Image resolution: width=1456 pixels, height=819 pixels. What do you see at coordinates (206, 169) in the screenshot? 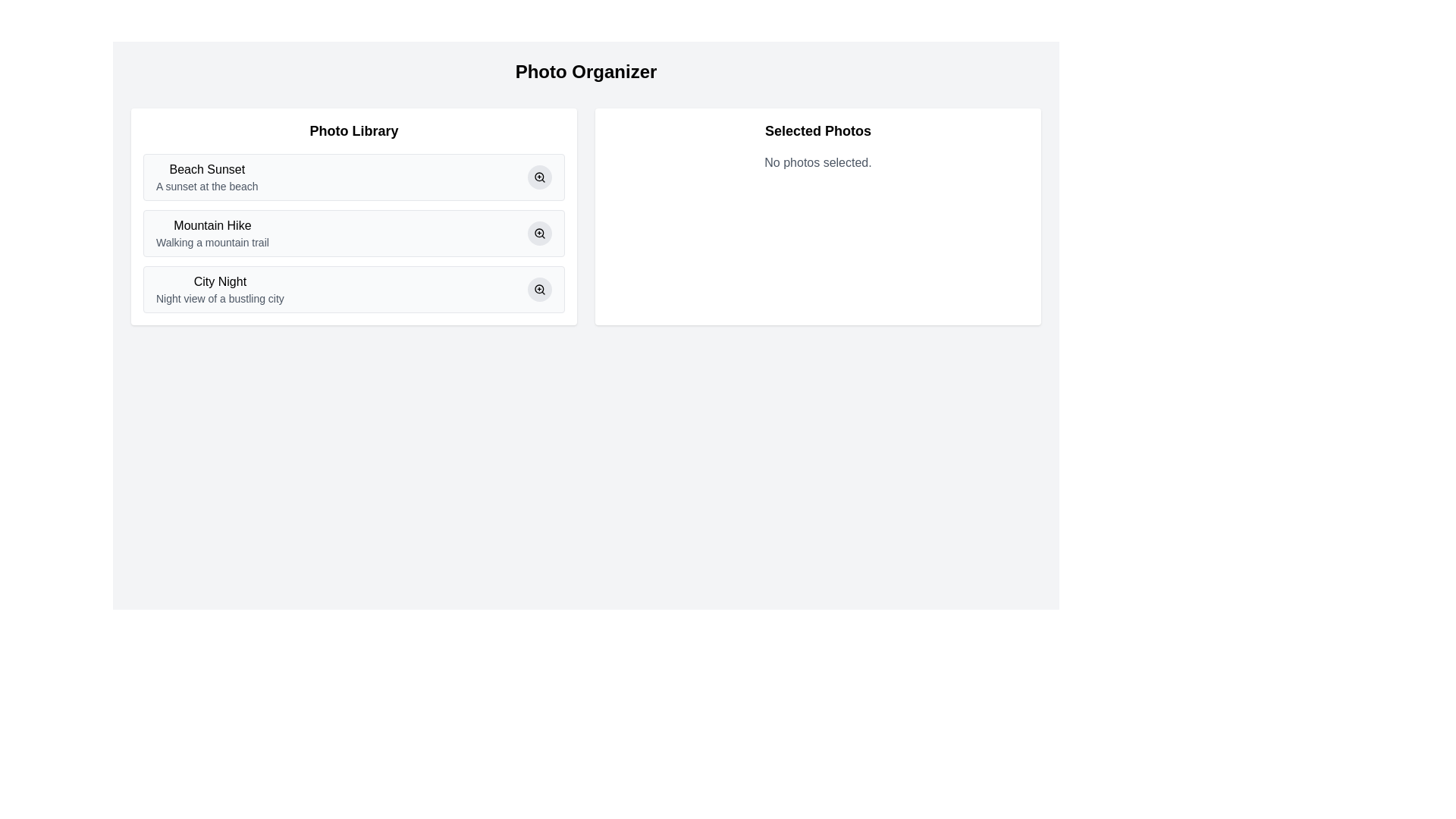
I see `the 'Beach Sunset' text label located at the top-left of the card in the 'Photo Library' section to trigger a tooltip` at bounding box center [206, 169].